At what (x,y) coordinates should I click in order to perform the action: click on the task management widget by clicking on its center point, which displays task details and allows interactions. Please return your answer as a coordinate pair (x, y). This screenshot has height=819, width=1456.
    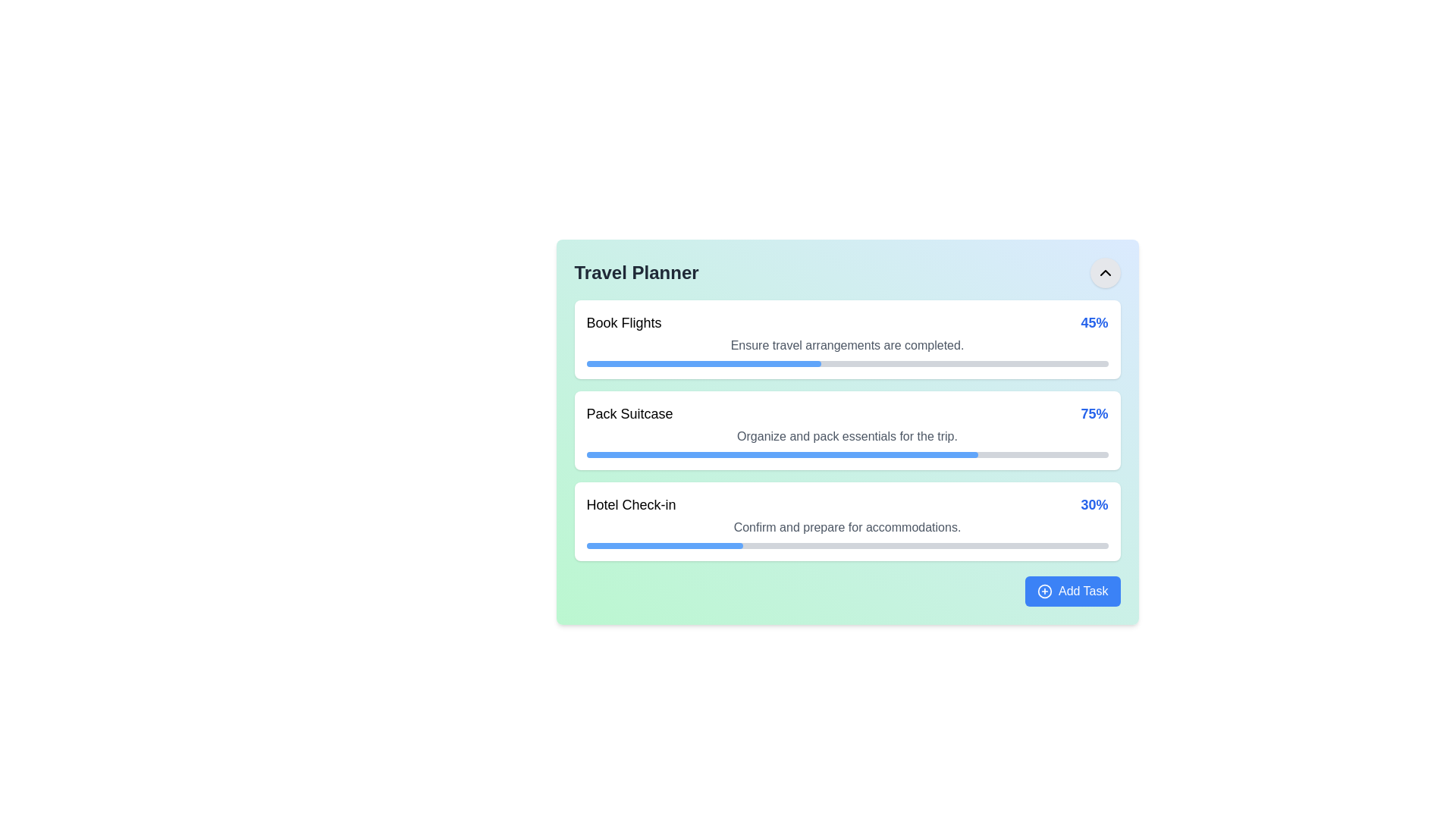
    Looking at the image, I should click on (846, 432).